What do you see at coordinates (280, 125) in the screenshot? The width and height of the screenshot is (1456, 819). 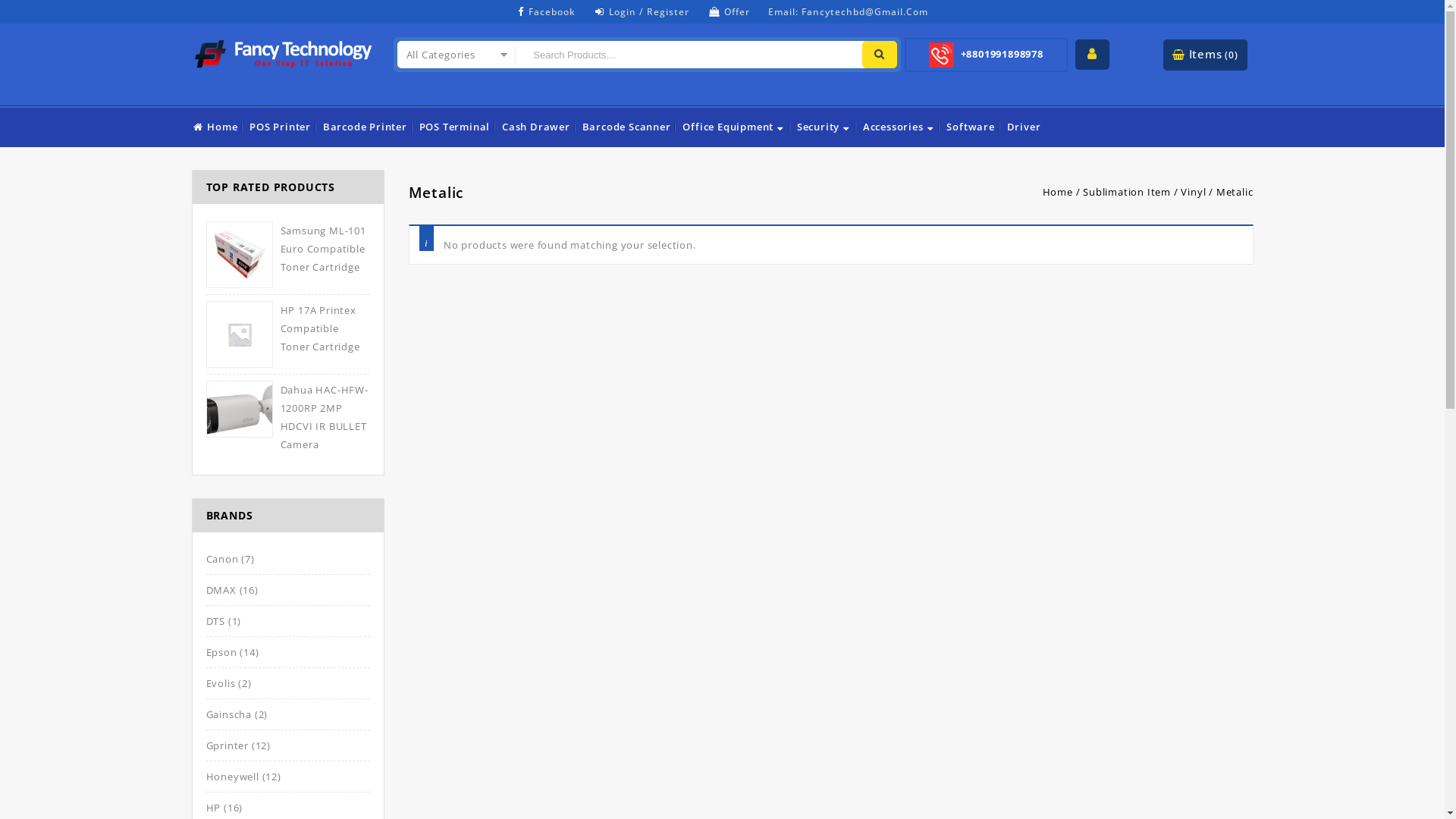 I see `'POS Printer'` at bounding box center [280, 125].